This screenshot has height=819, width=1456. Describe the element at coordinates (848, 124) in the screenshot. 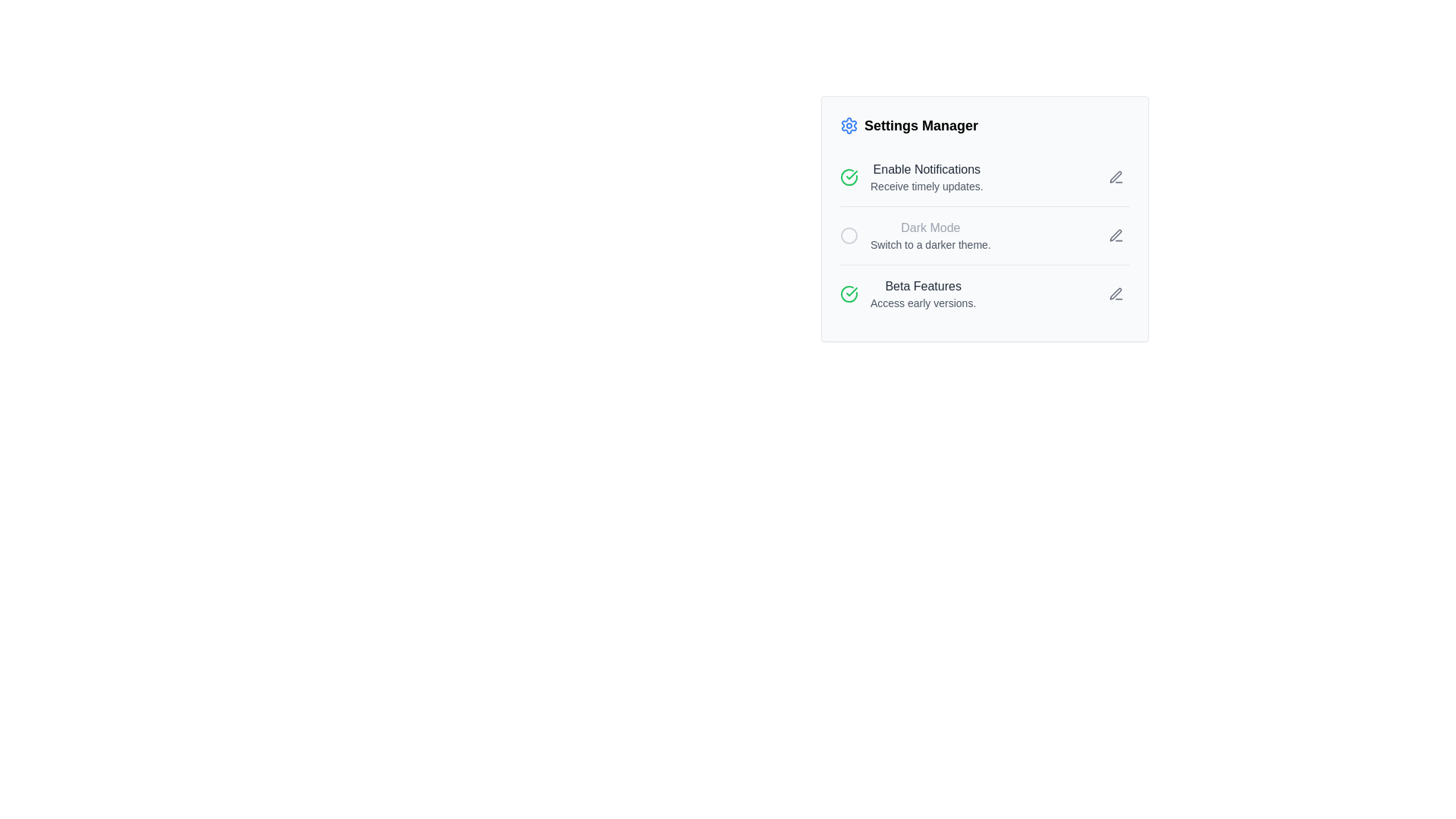

I see `the gear-shaped icon with a blue outline located to the left of the 'Settings Manager' text` at that location.